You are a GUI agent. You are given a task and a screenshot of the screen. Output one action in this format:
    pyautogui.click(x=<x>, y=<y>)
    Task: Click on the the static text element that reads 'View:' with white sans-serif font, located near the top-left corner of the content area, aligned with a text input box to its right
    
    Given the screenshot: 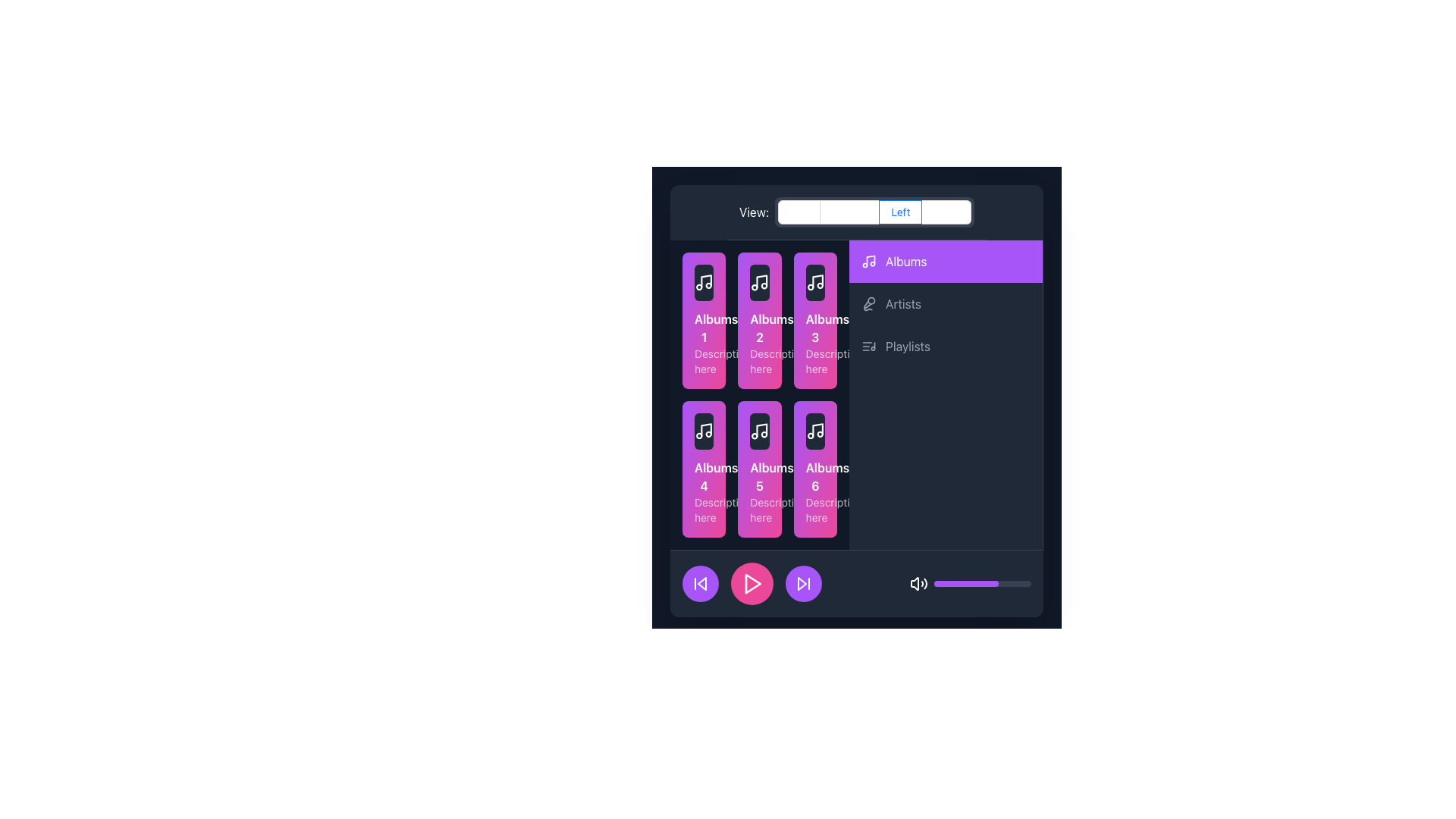 What is the action you would take?
    pyautogui.click(x=754, y=212)
    